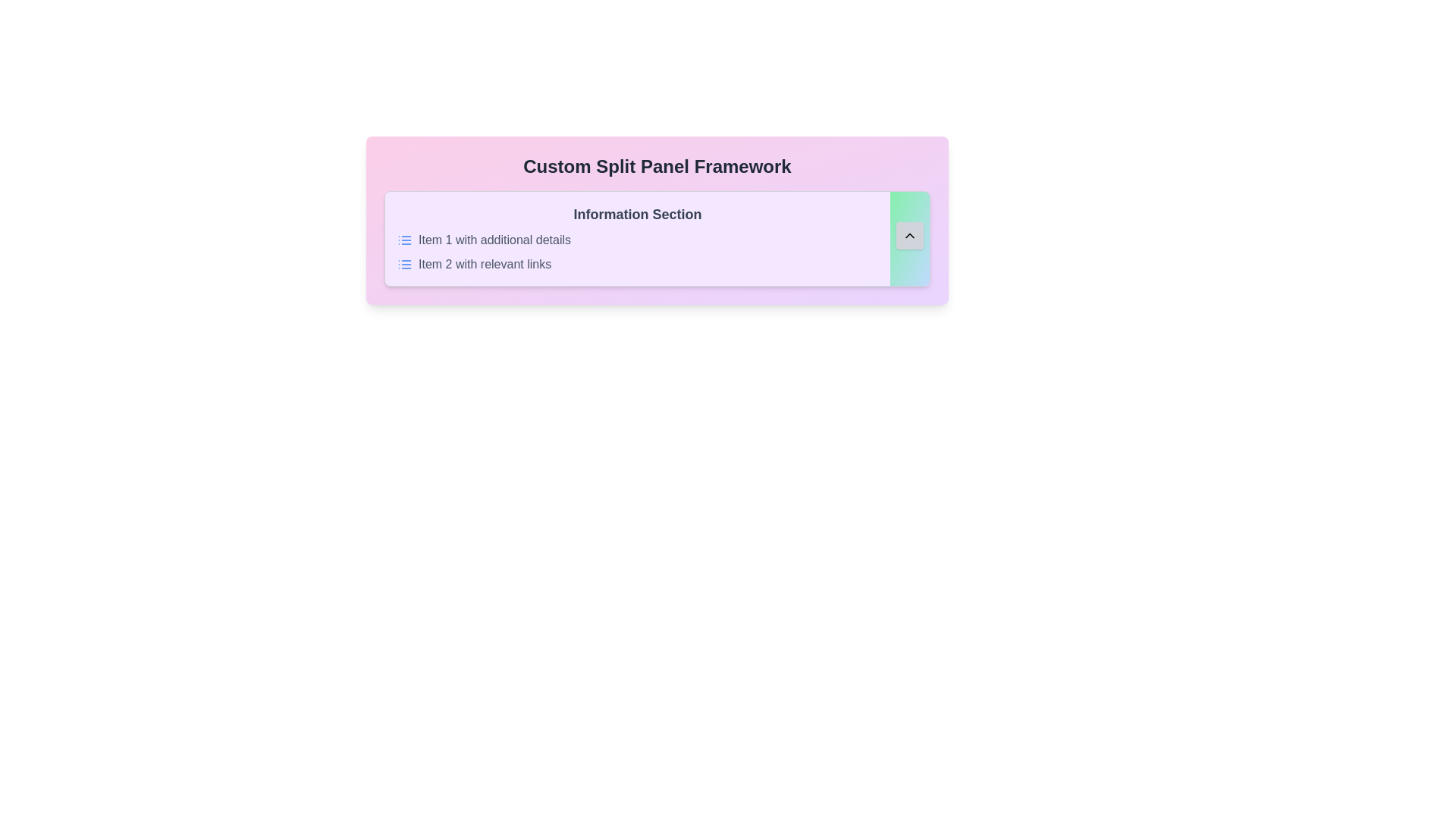  What do you see at coordinates (910, 239) in the screenshot?
I see `the upward scrolling button located at the far right of the 'Information Section' panel with a purple background` at bounding box center [910, 239].